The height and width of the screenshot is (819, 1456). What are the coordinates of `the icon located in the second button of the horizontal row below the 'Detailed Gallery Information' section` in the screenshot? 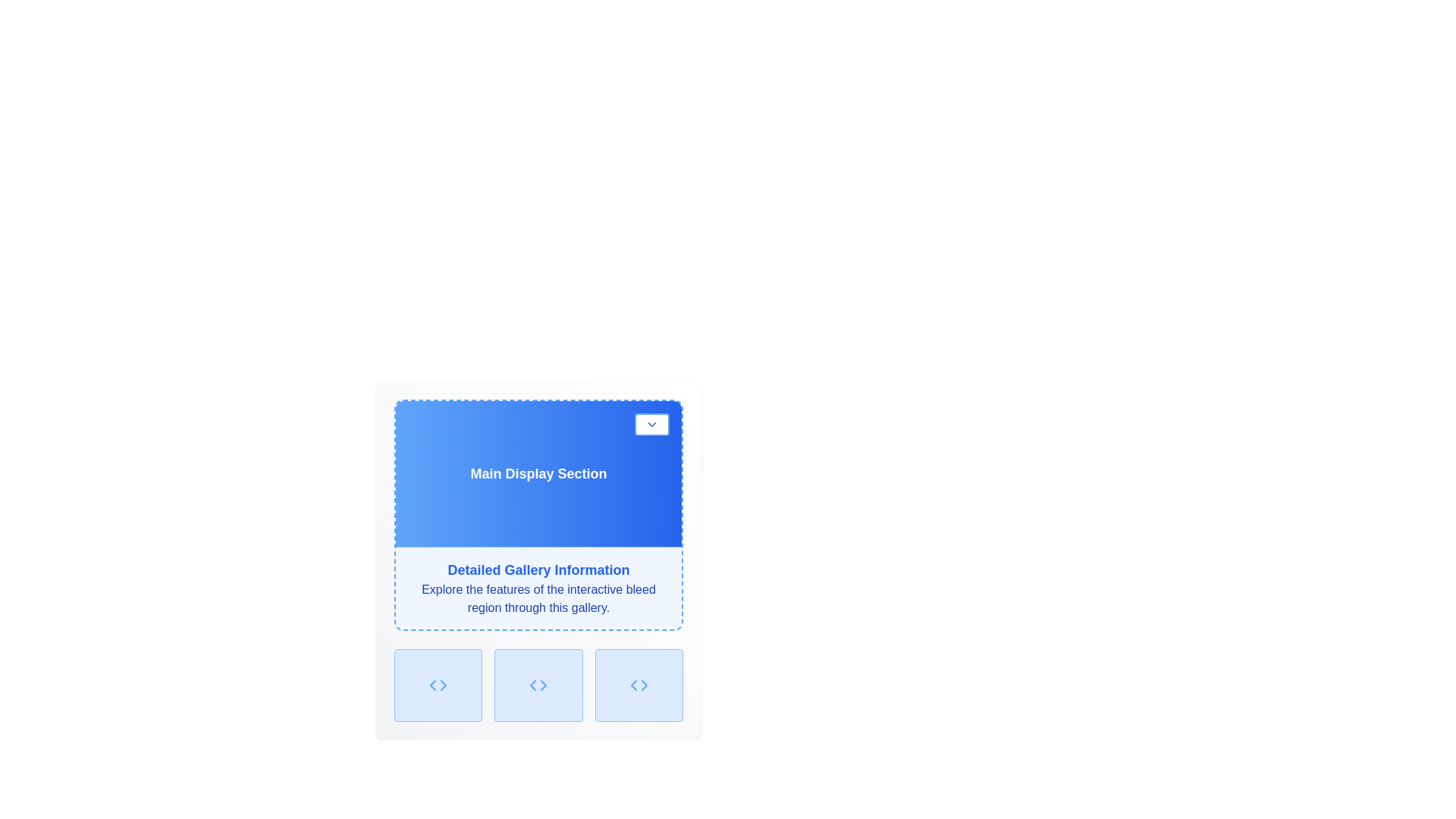 It's located at (438, 685).